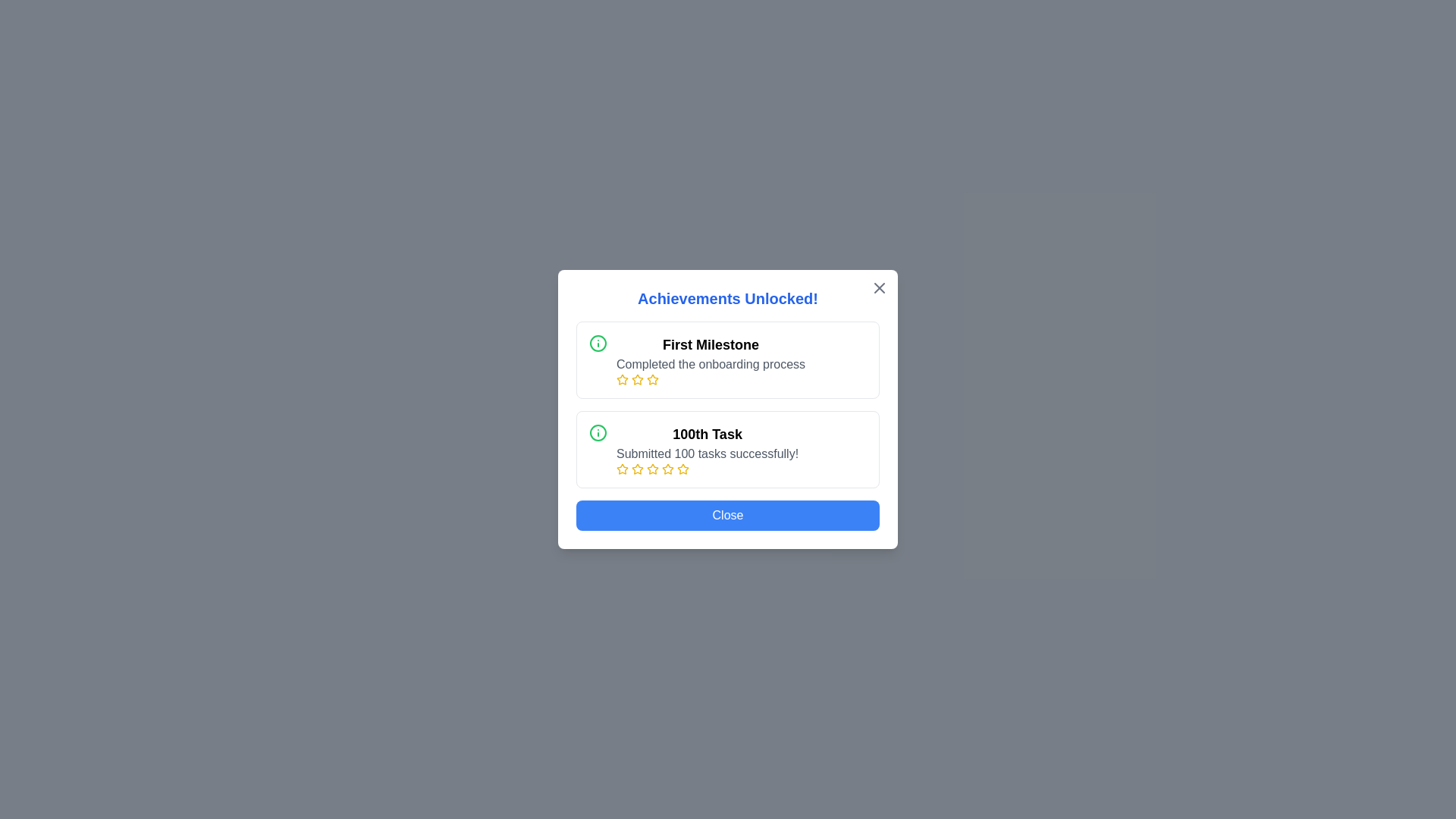  What do you see at coordinates (667, 468) in the screenshot?
I see `the star-shaped icon with a yellow outline in the achievement card interface, which represents a rating for the 100th Task Submitted achievement` at bounding box center [667, 468].